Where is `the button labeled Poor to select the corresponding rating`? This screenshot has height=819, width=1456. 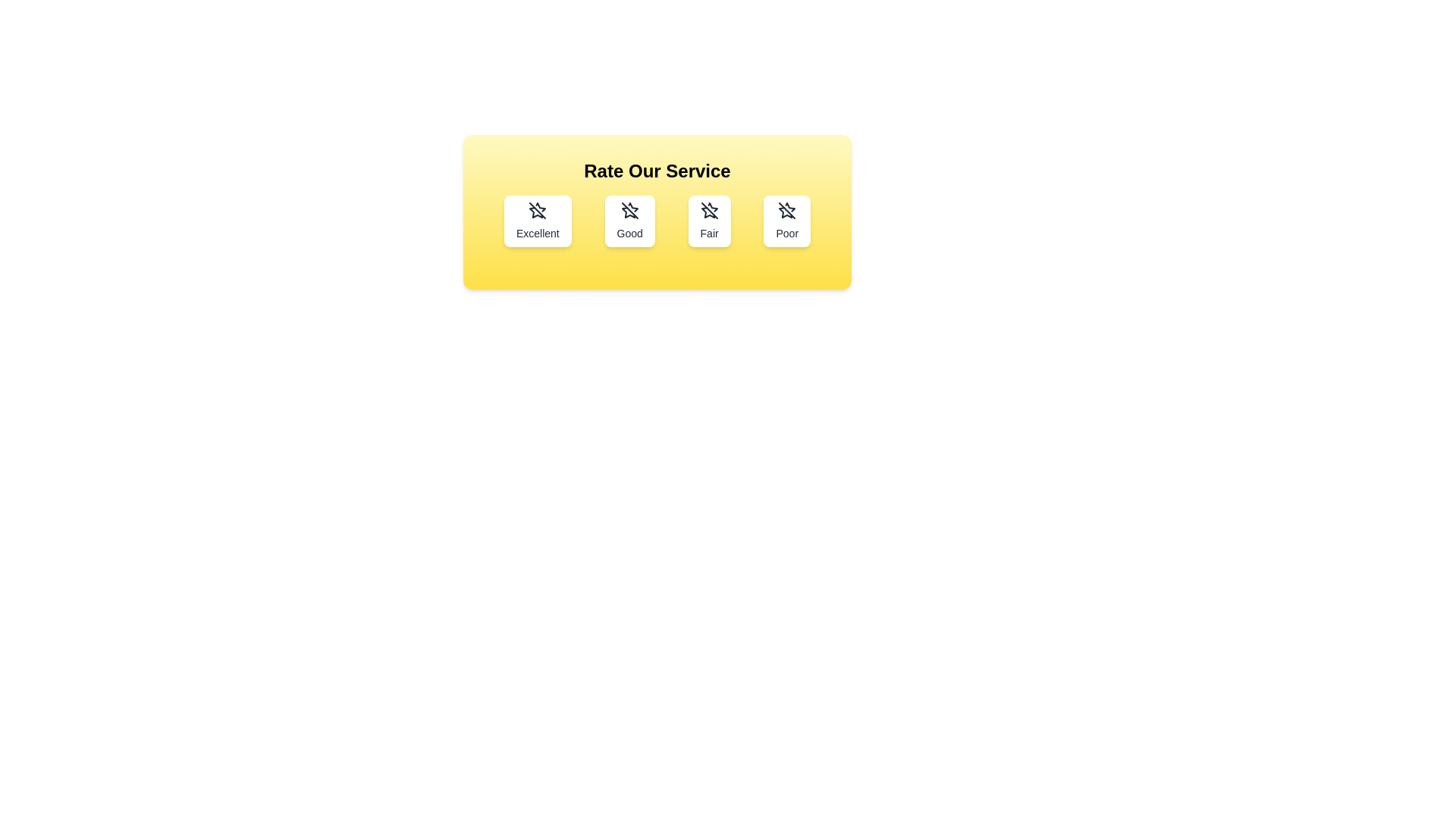 the button labeled Poor to select the corresponding rating is located at coordinates (786, 221).